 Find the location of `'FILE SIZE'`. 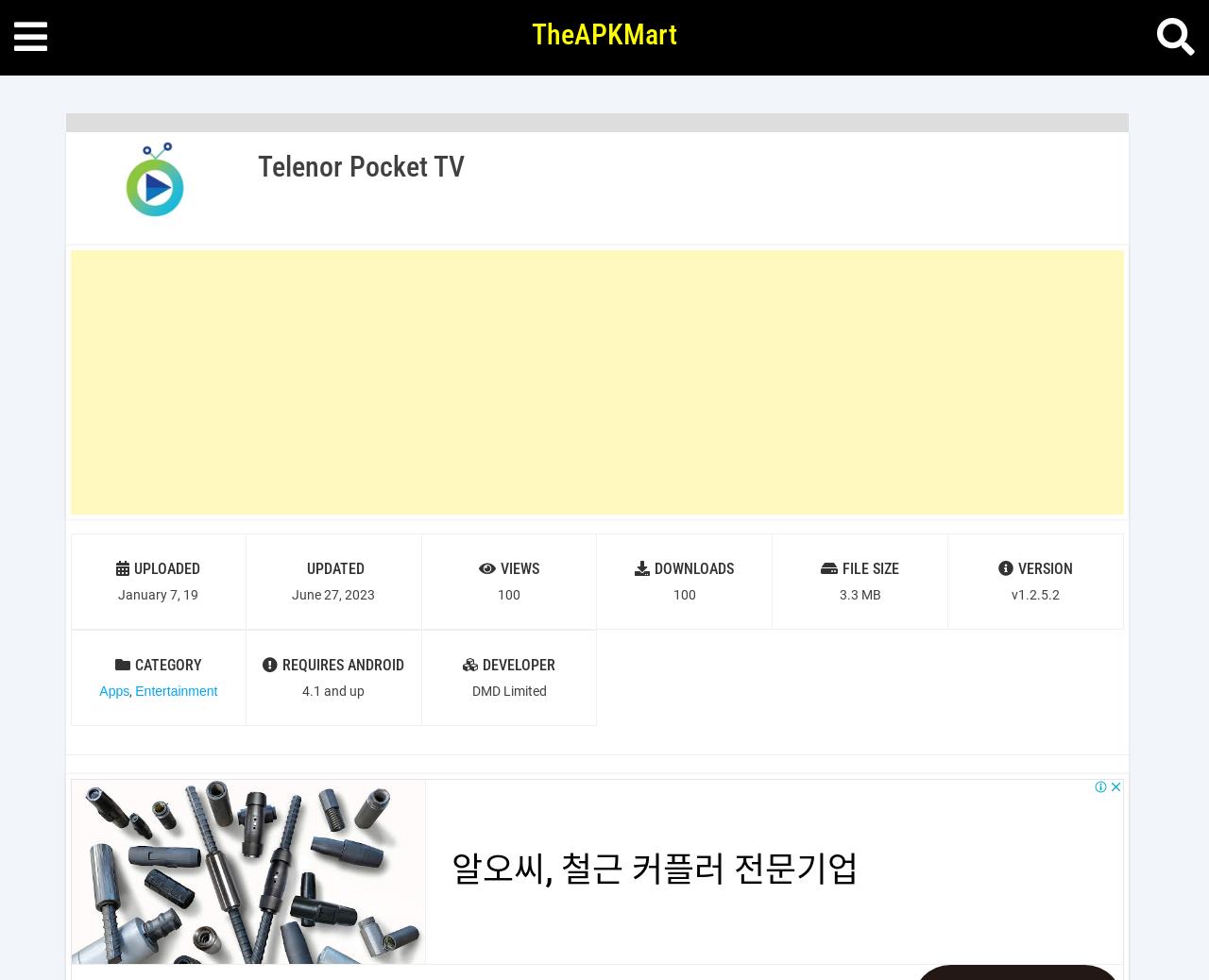

'FILE SIZE' is located at coordinates (869, 567).